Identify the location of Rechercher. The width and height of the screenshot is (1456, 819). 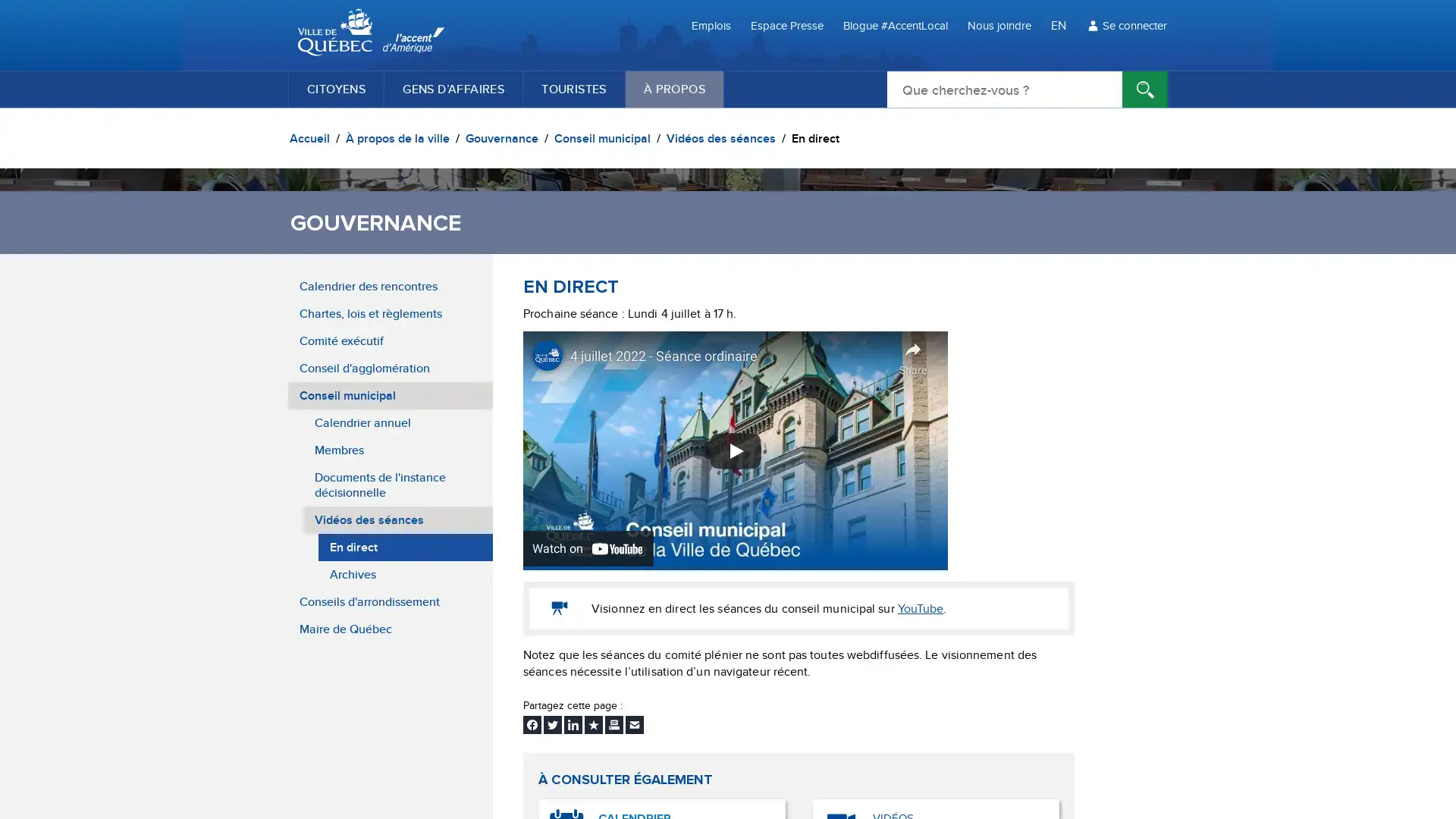
(1145, 89).